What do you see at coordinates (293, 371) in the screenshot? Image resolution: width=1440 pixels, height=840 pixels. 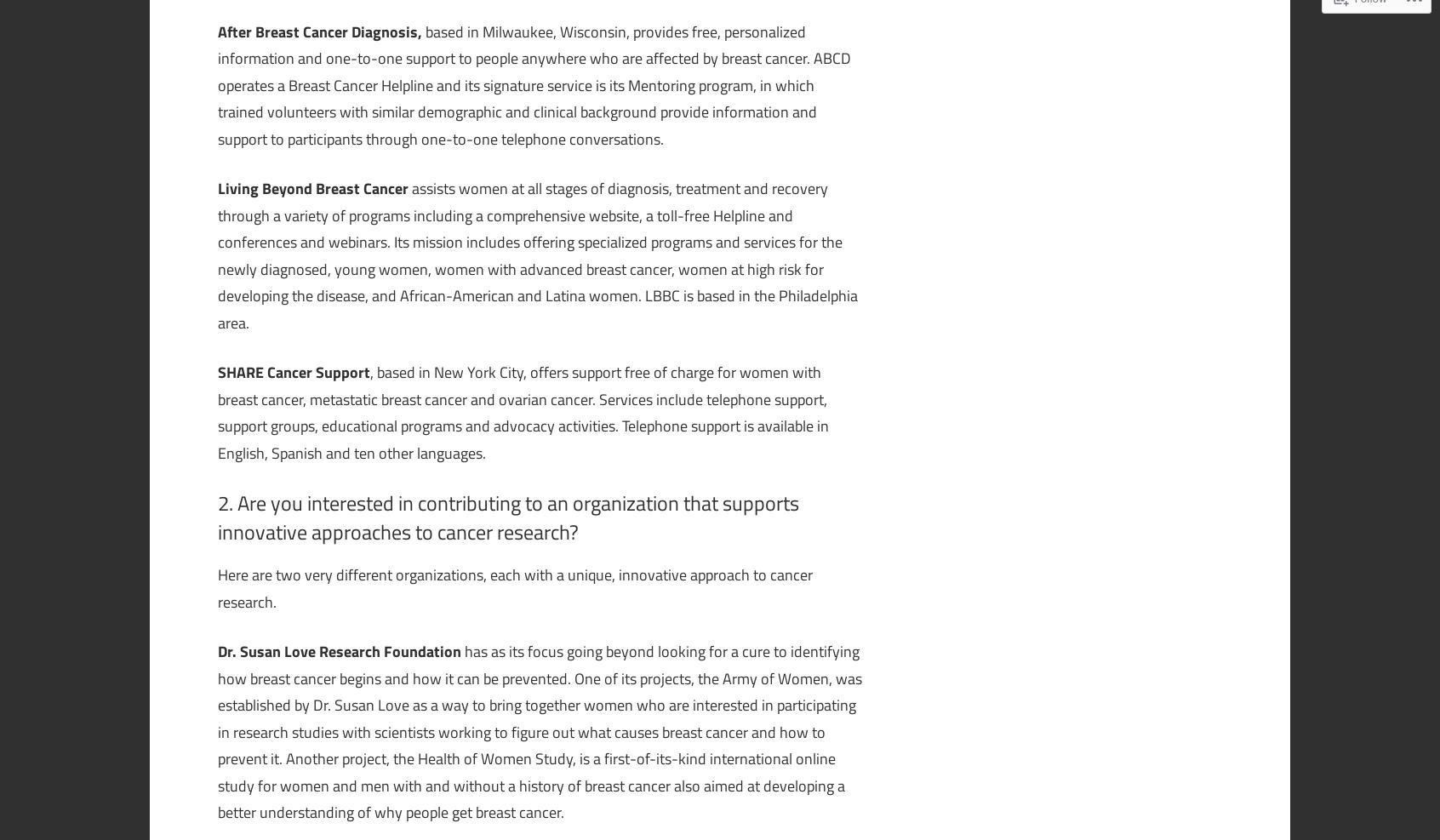 I see `'SHARE Cancer Support'` at bounding box center [293, 371].